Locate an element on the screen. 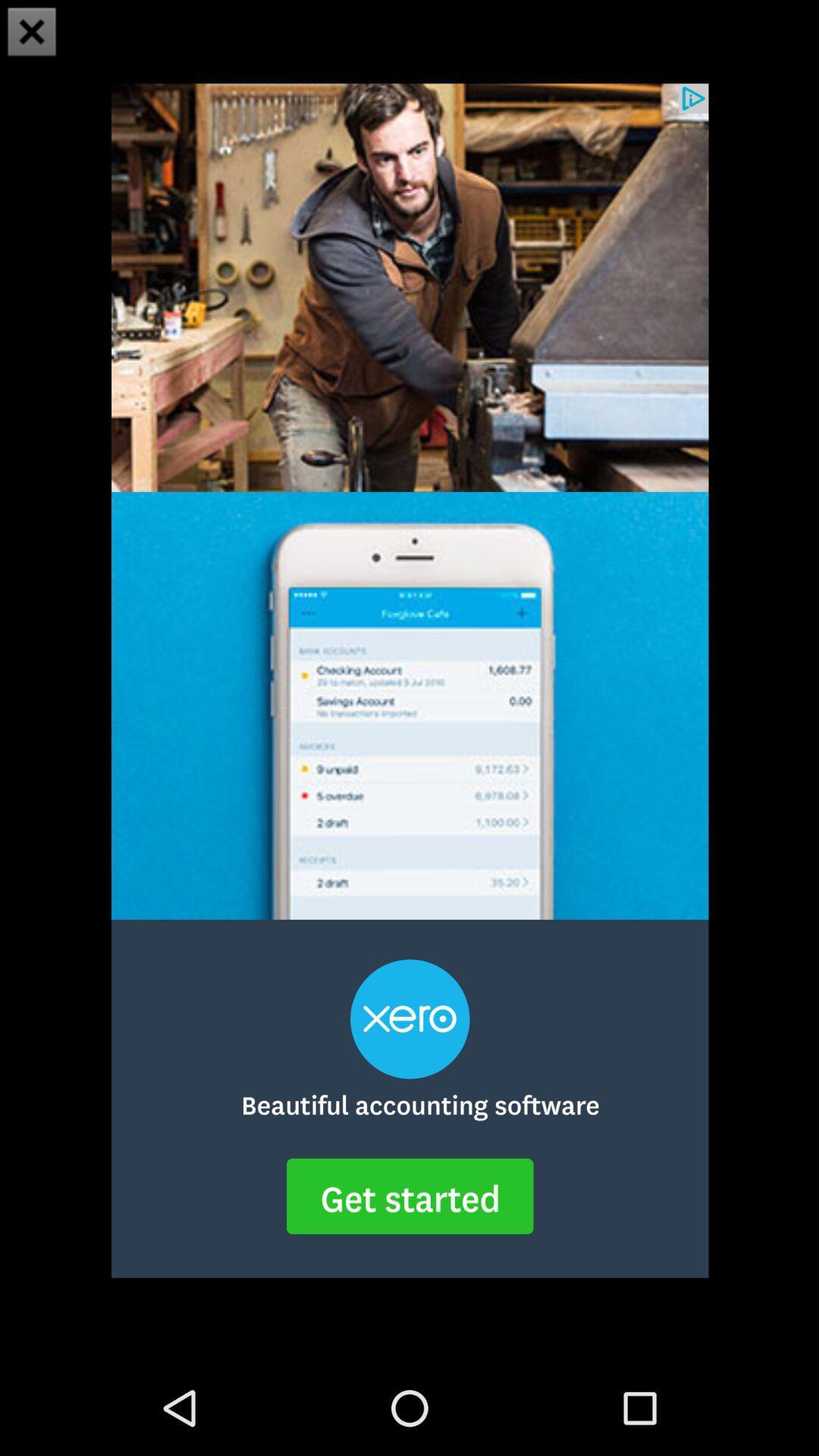  the close icon is located at coordinates (32, 33).